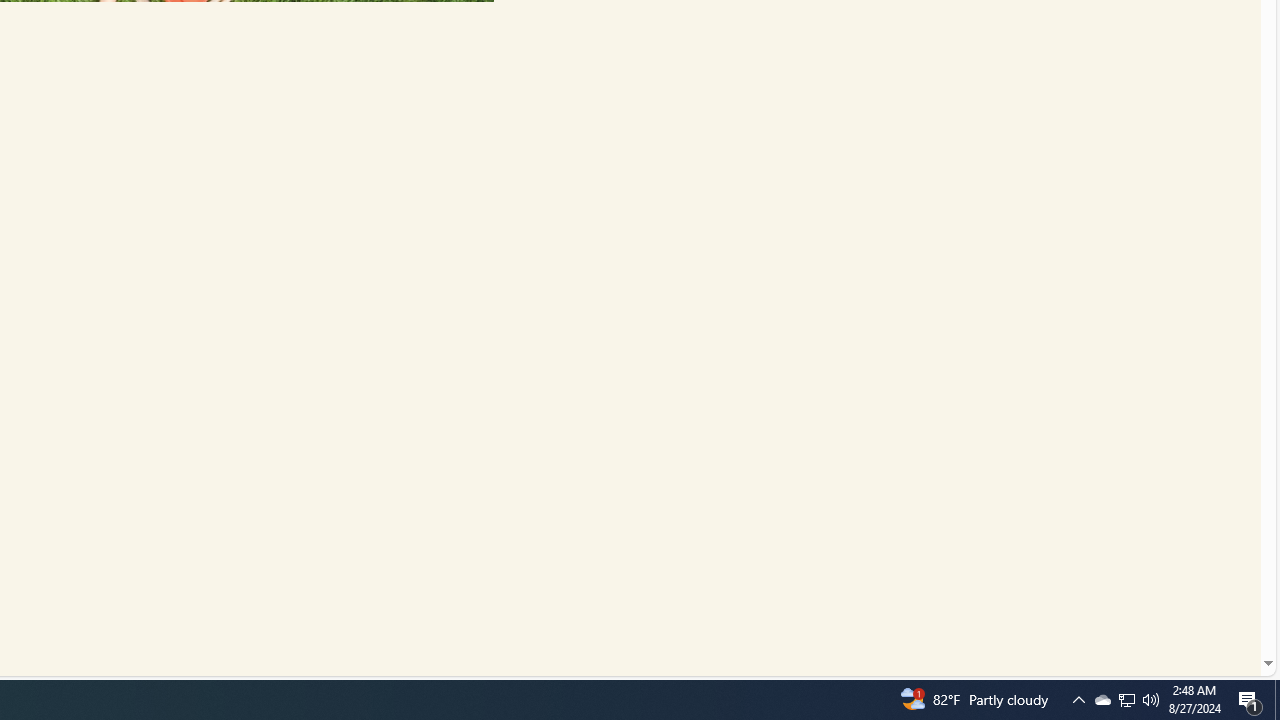 This screenshot has width=1280, height=720. What do you see at coordinates (1250, 698) in the screenshot?
I see `'Action Center, 1 new notification'` at bounding box center [1250, 698].